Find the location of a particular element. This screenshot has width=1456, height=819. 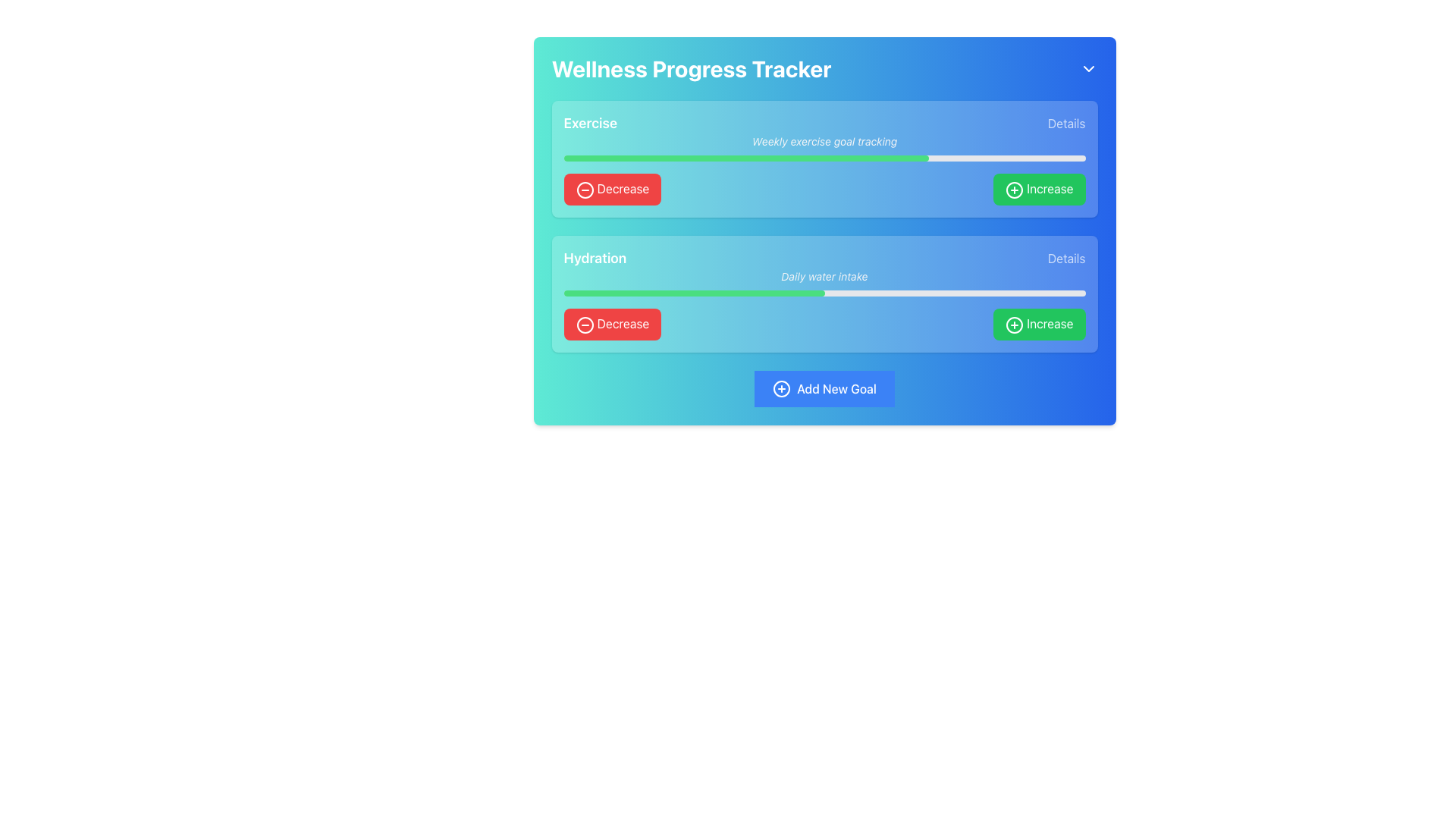

the Progress bar that visually represents the user's hydration progress, located in the 'Hydration' section of the second progress tracker is located at coordinates (693, 293).